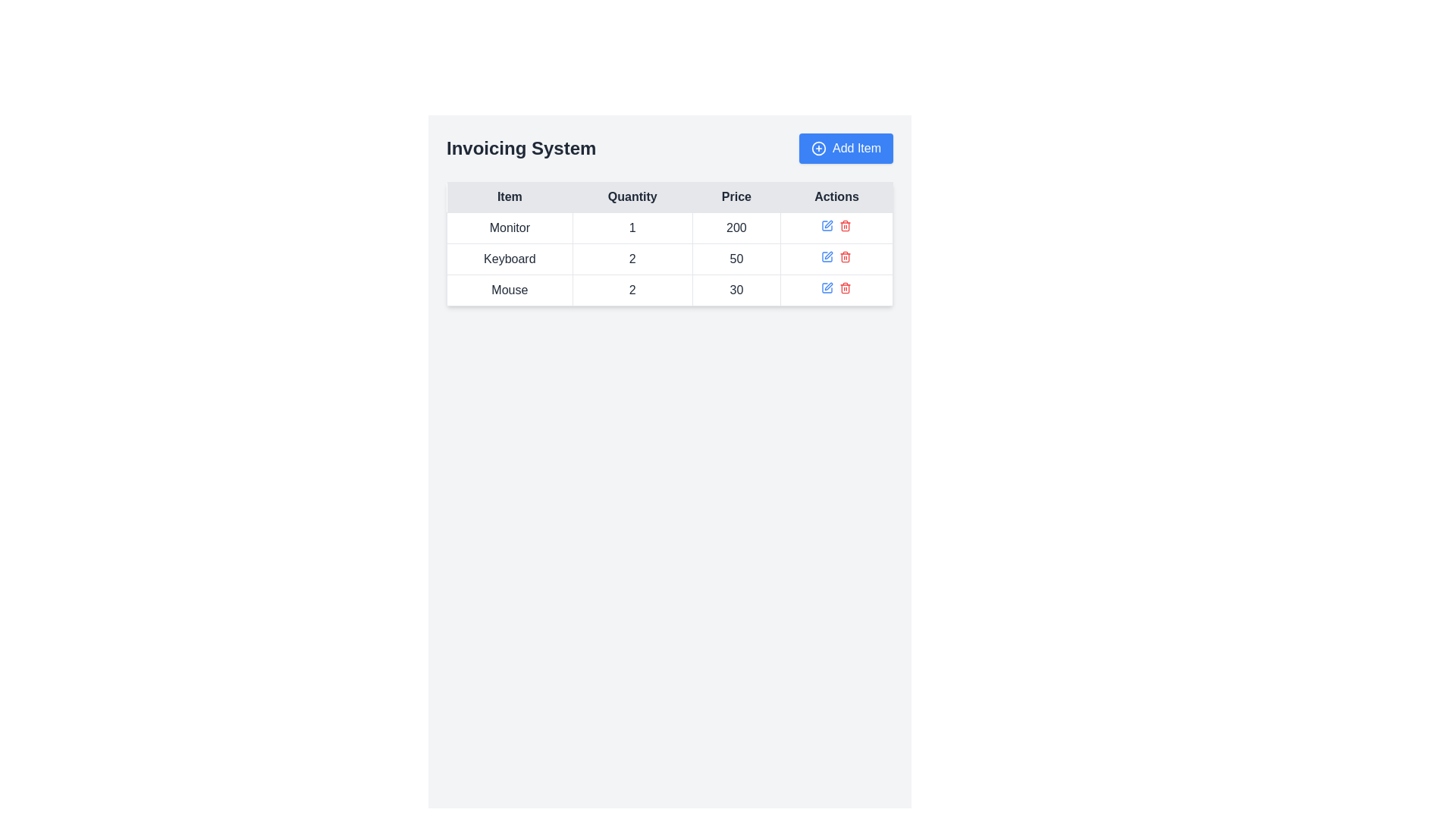 This screenshot has height=819, width=1456. Describe the element at coordinates (827, 256) in the screenshot. I see `the edit button located in the second row of the 'Actions' column in the table below the 'Invoicing System' heading` at that location.